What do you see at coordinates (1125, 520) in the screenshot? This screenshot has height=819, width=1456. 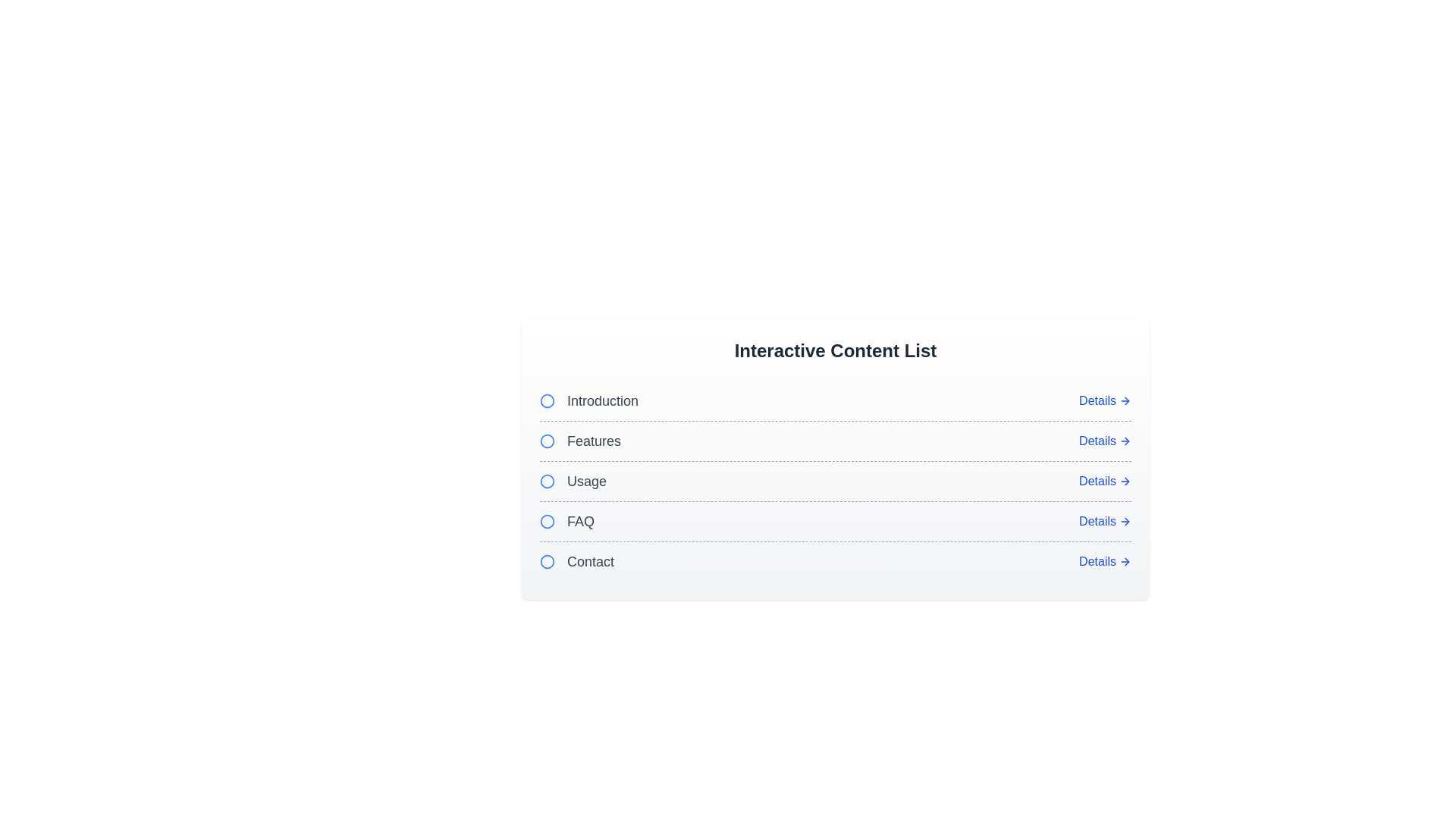 I see `the right-facing blue arrow icon adjacent to the 'Details' text, located in the fourth row labeled 'FAQ'` at bounding box center [1125, 520].